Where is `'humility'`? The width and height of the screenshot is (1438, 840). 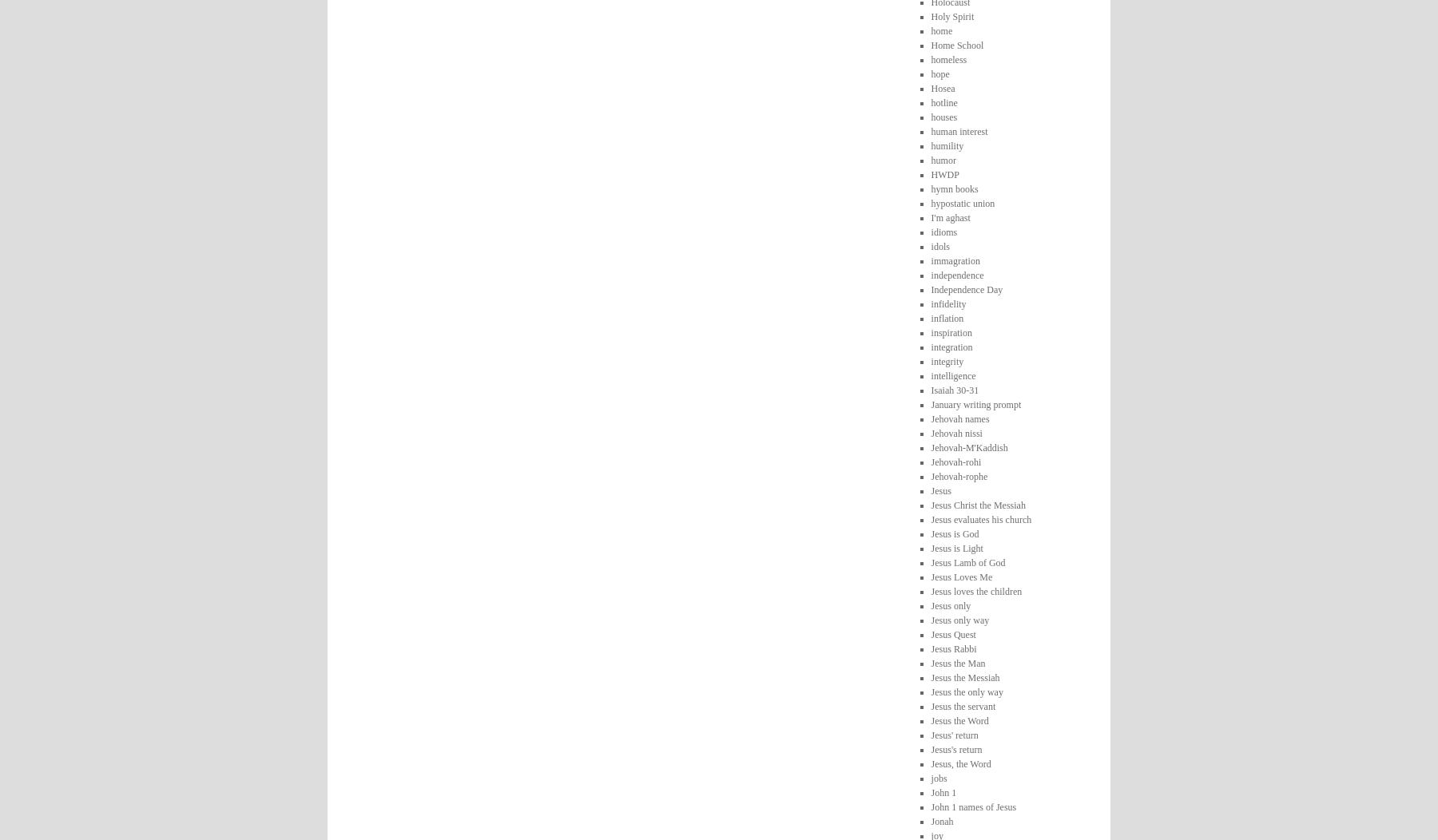
'humility' is located at coordinates (946, 145).